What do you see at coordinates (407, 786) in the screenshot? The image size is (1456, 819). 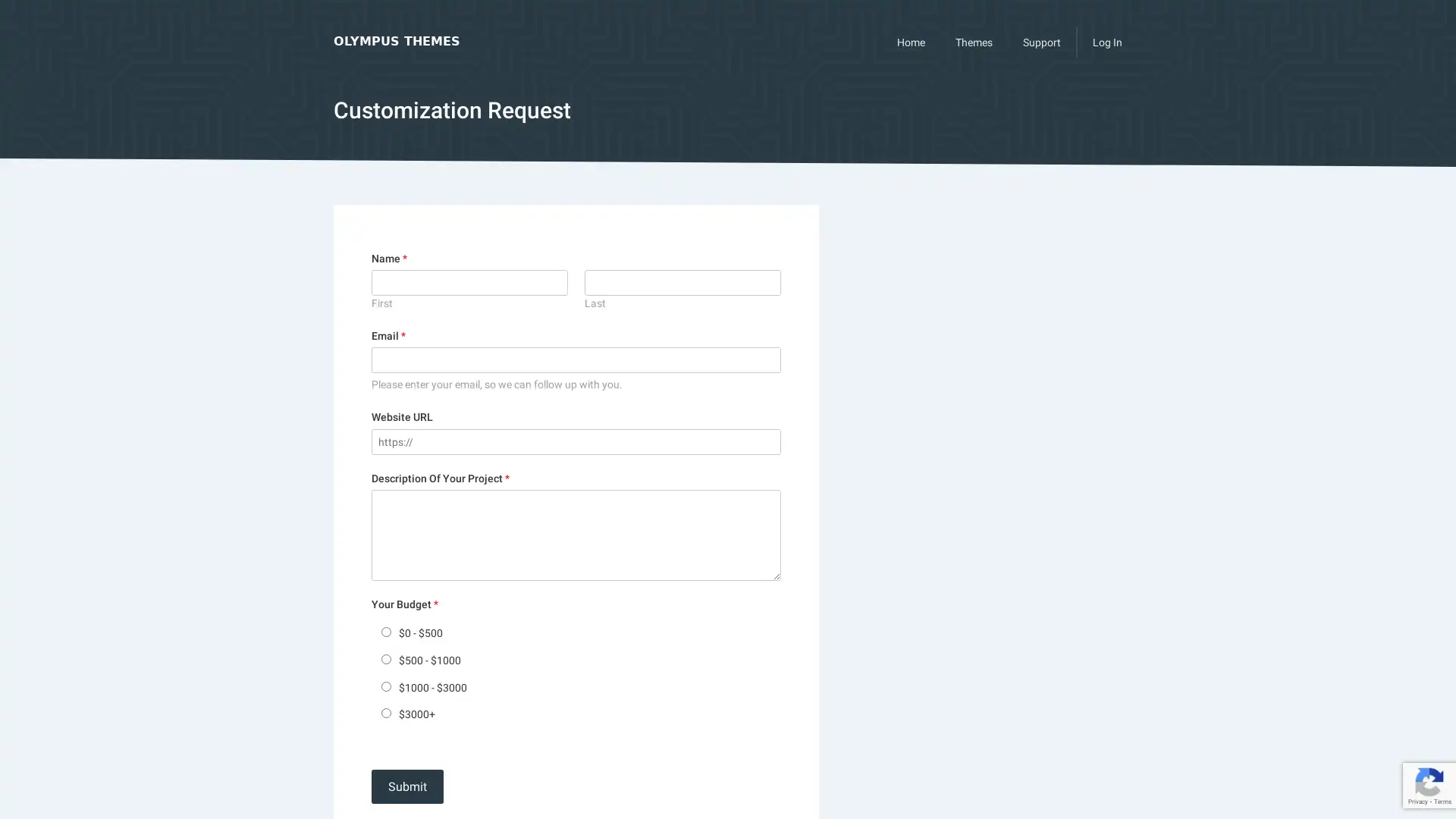 I see `Submit` at bounding box center [407, 786].